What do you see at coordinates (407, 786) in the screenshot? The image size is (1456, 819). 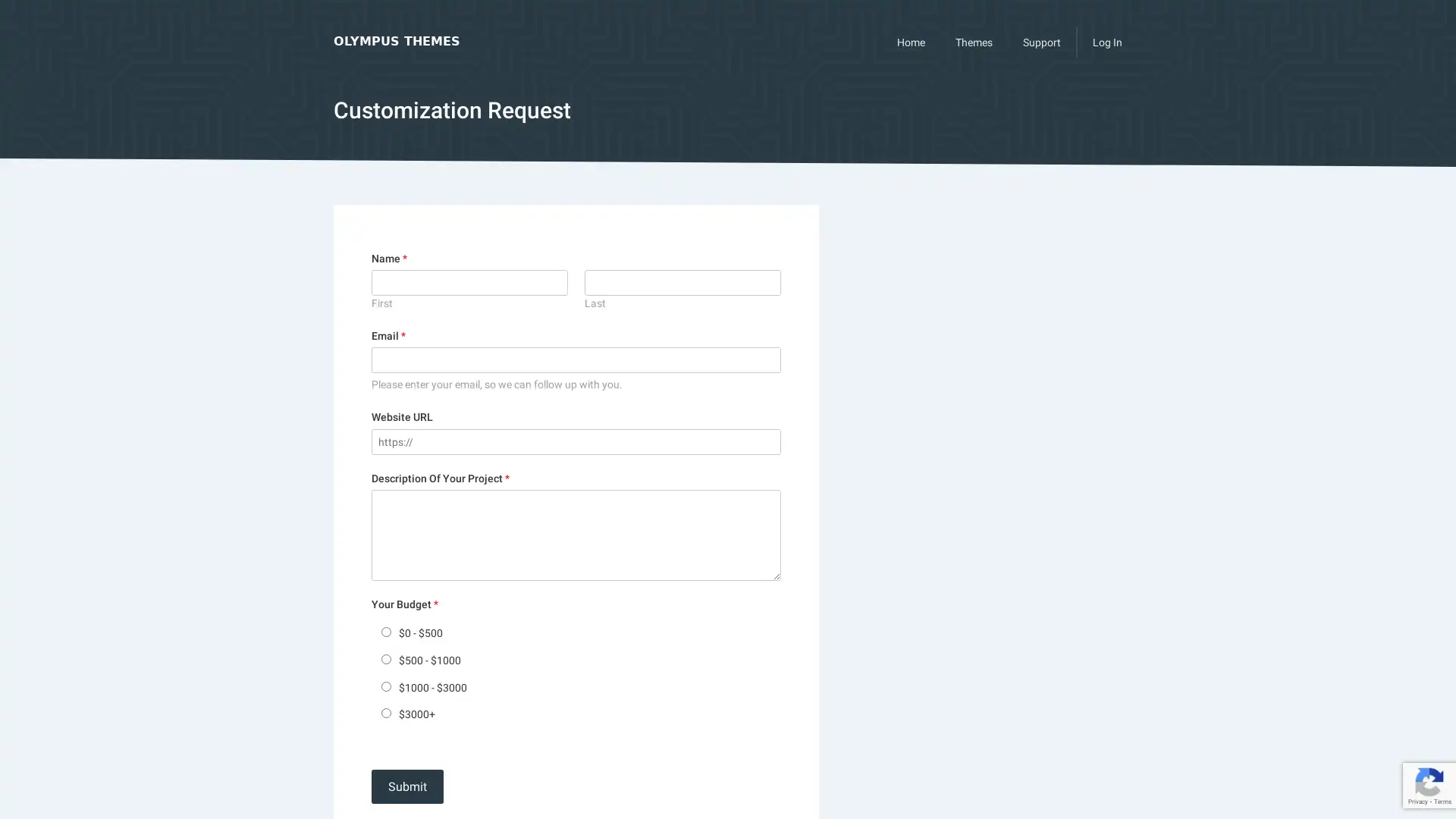 I see `Submit` at bounding box center [407, 786].